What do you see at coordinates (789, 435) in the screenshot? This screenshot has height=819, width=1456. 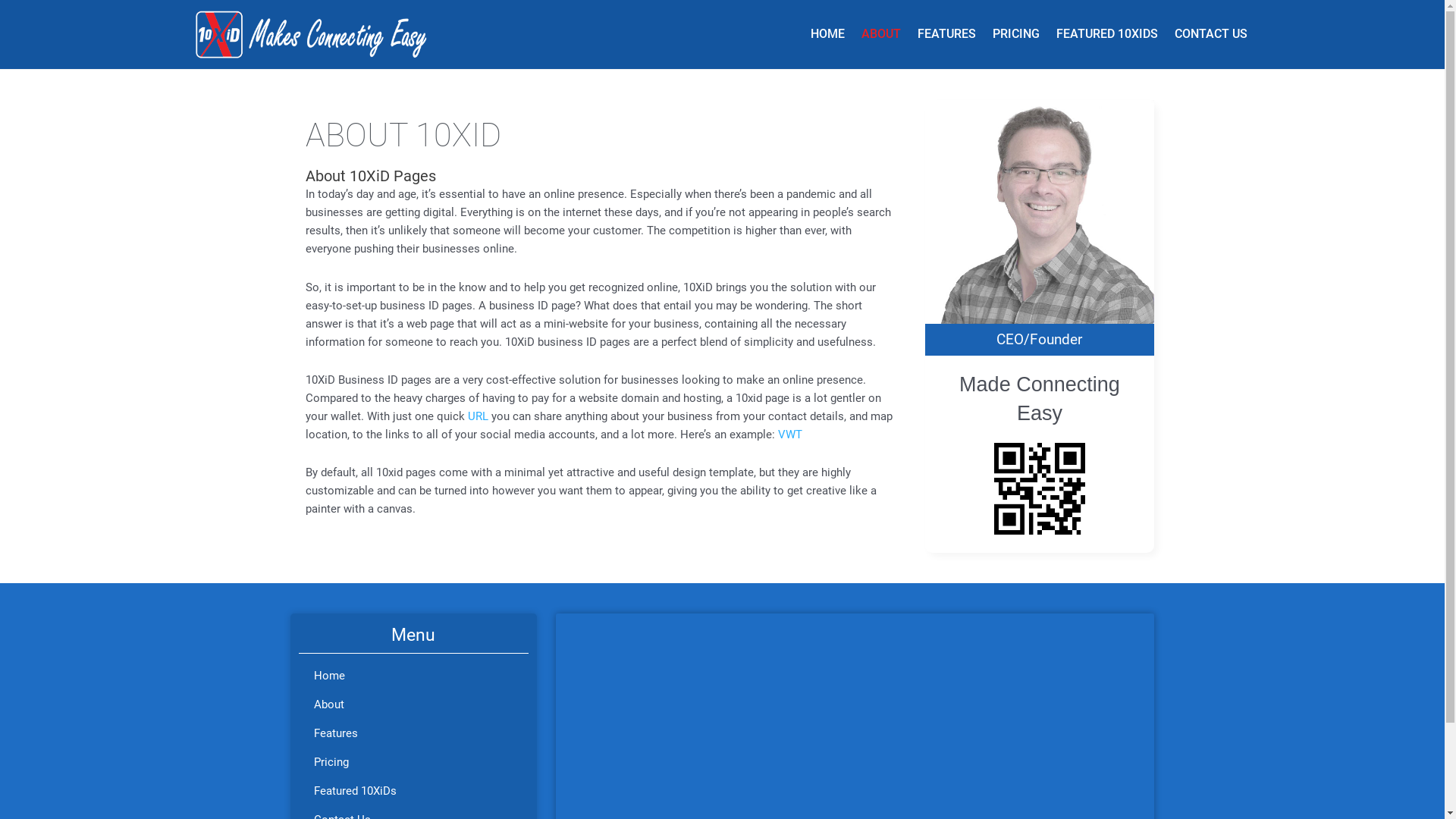 I see `'VWT'` at bounding box center [789, 435].